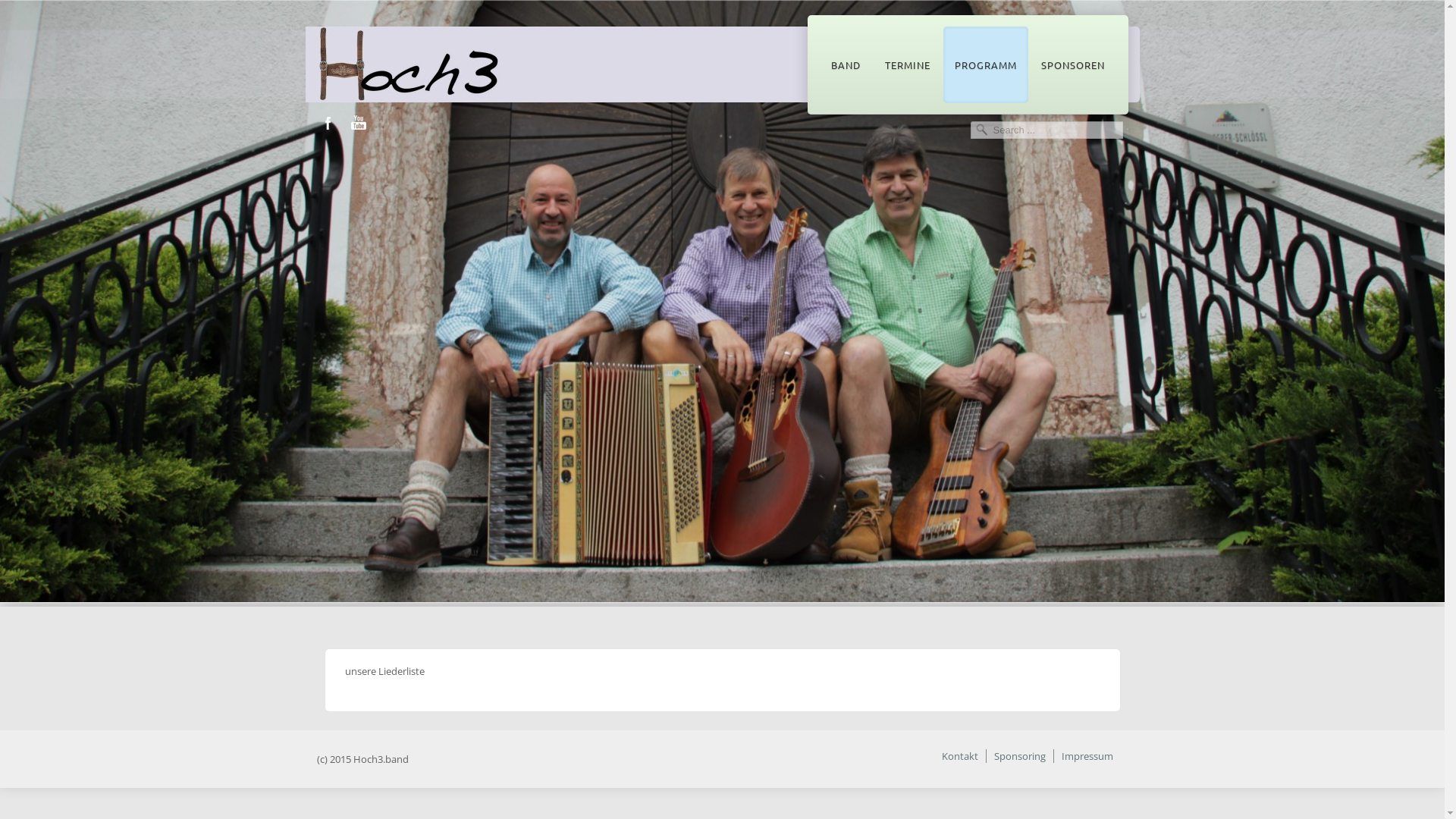  I want to click on 'Kontakt', so click(934, 755).